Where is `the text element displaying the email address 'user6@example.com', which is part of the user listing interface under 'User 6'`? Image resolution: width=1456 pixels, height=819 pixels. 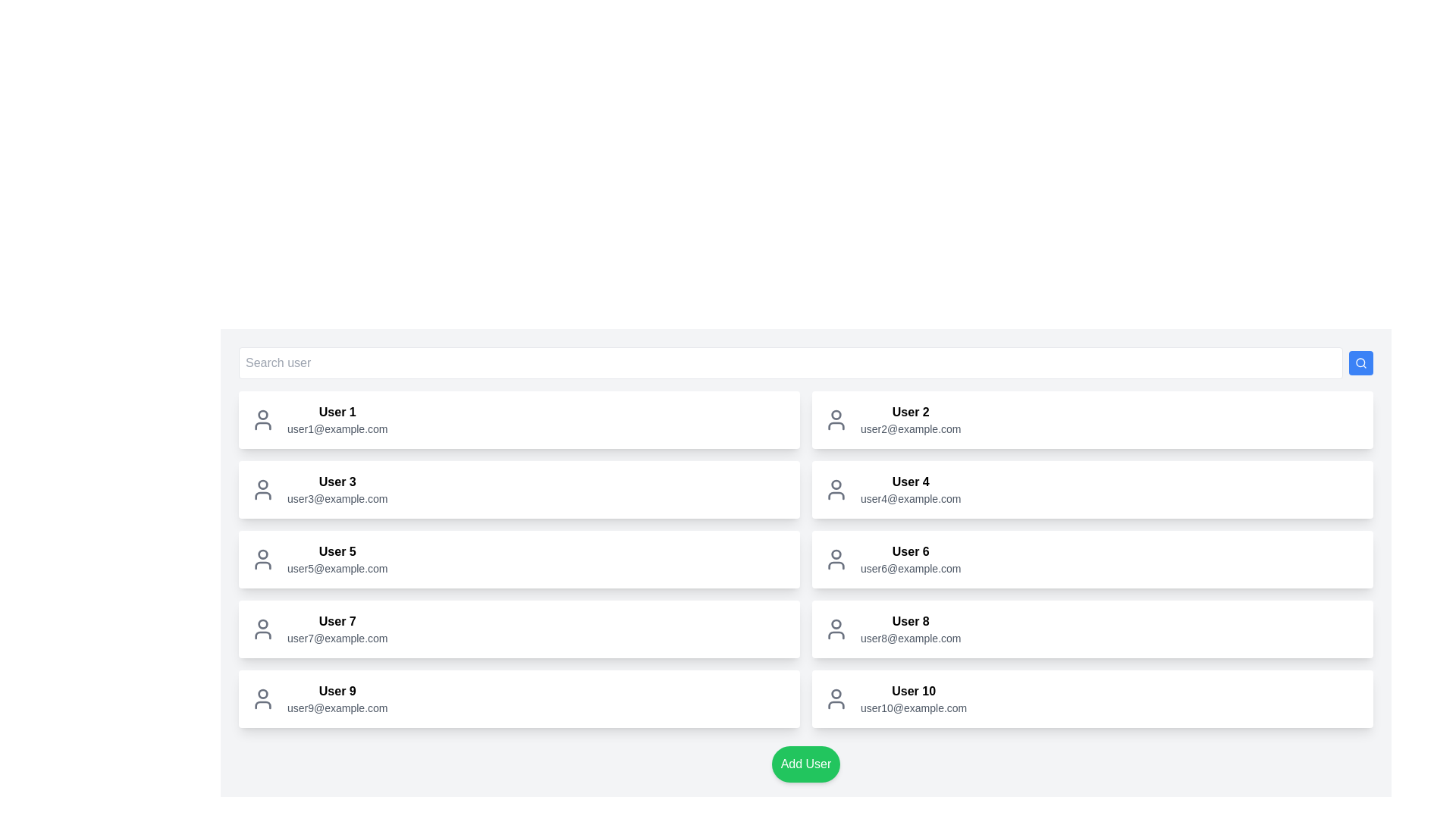
the text element displaying the email address 'user6@example.com', which is part of the user listing interface under 'User 6' is located at coordinates (910, 568).